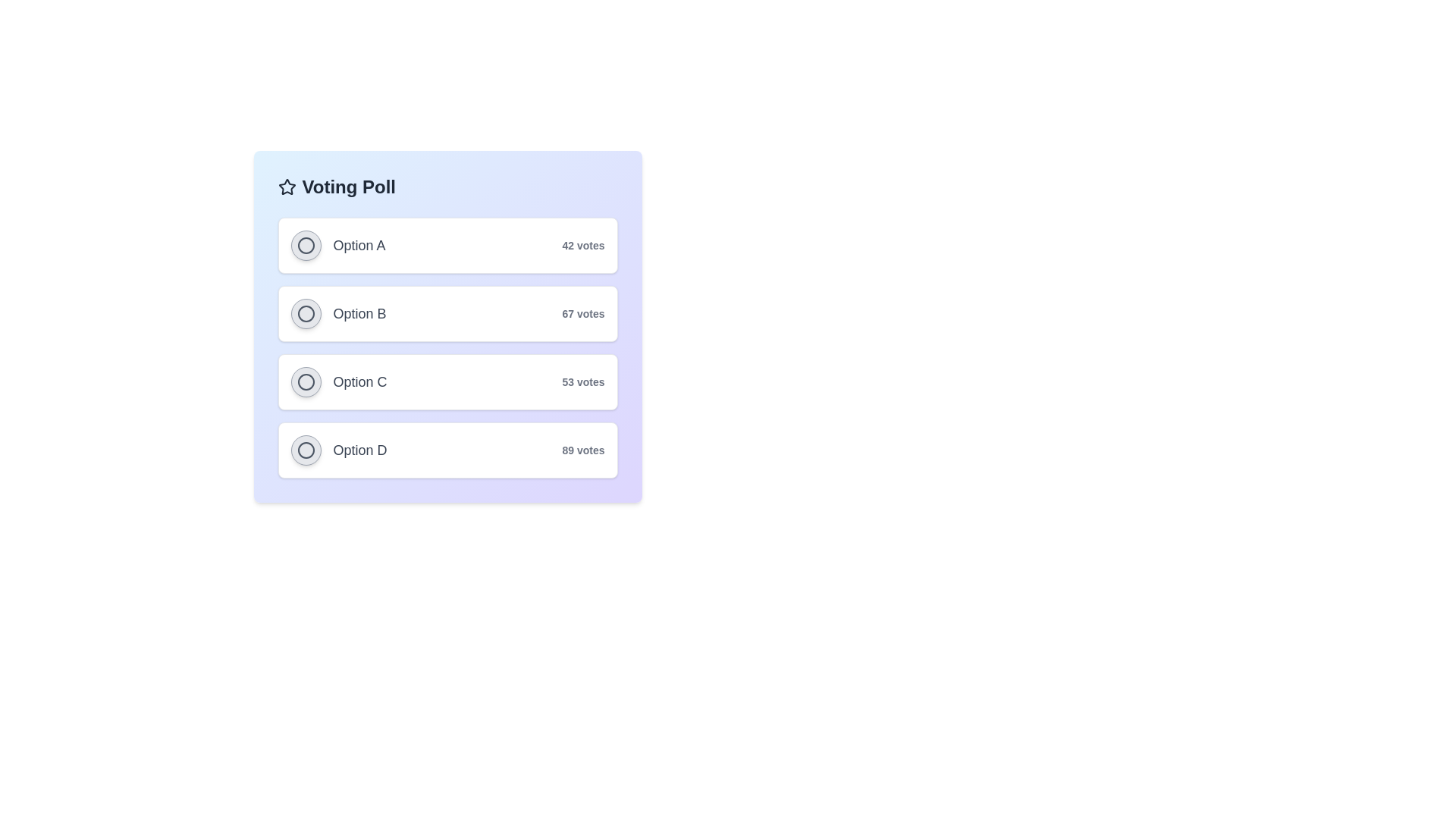  What do you see at coordinates (305, 381) in the screenshot?
I see `the third radio button, which is a circular icon with a gray outline, positioned next to the text 'Option C'` at bounding box center [305, 381].